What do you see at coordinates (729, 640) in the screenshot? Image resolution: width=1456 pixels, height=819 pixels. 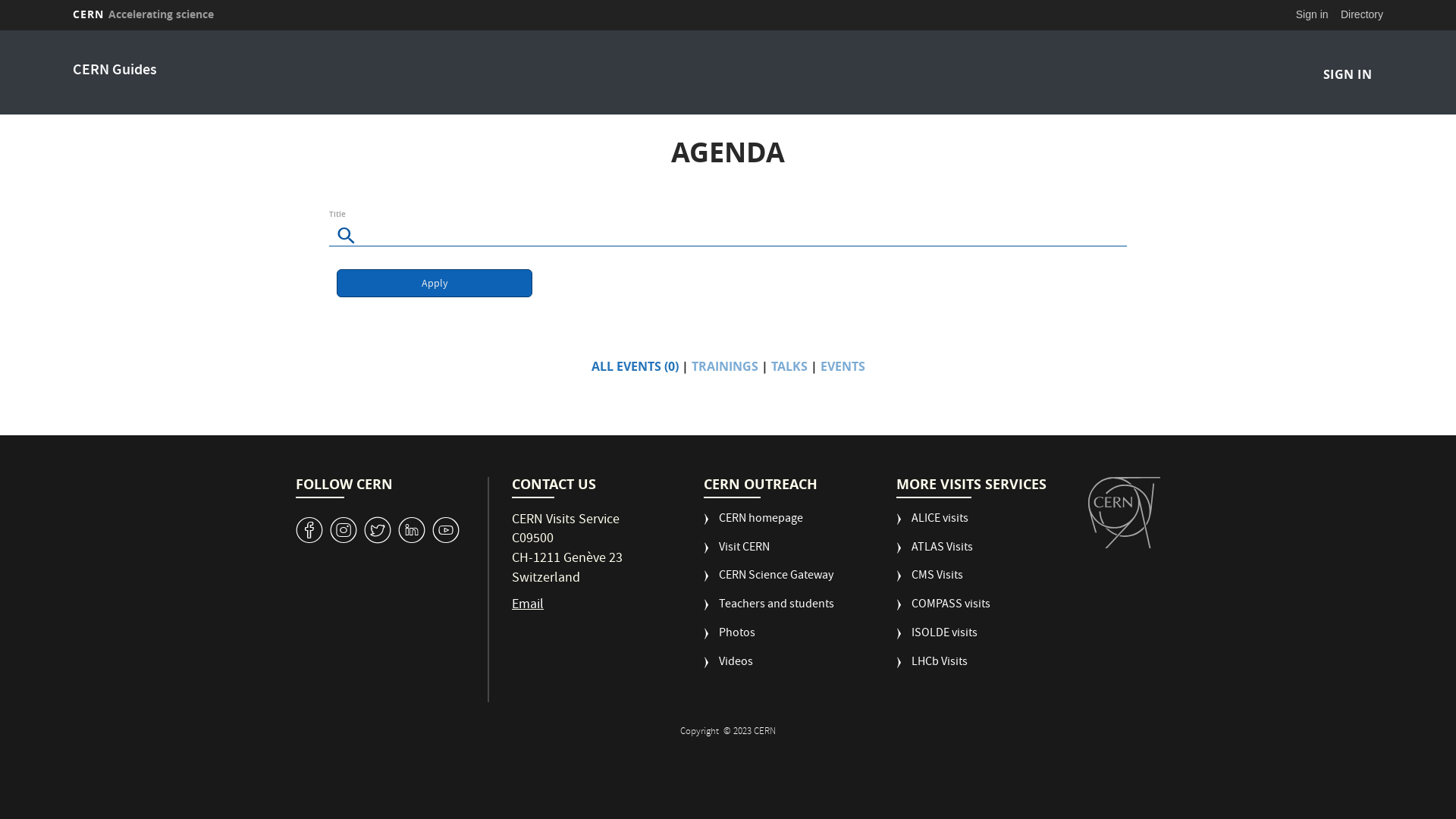 I see `'Photos'` at bounding box center [729, 640].